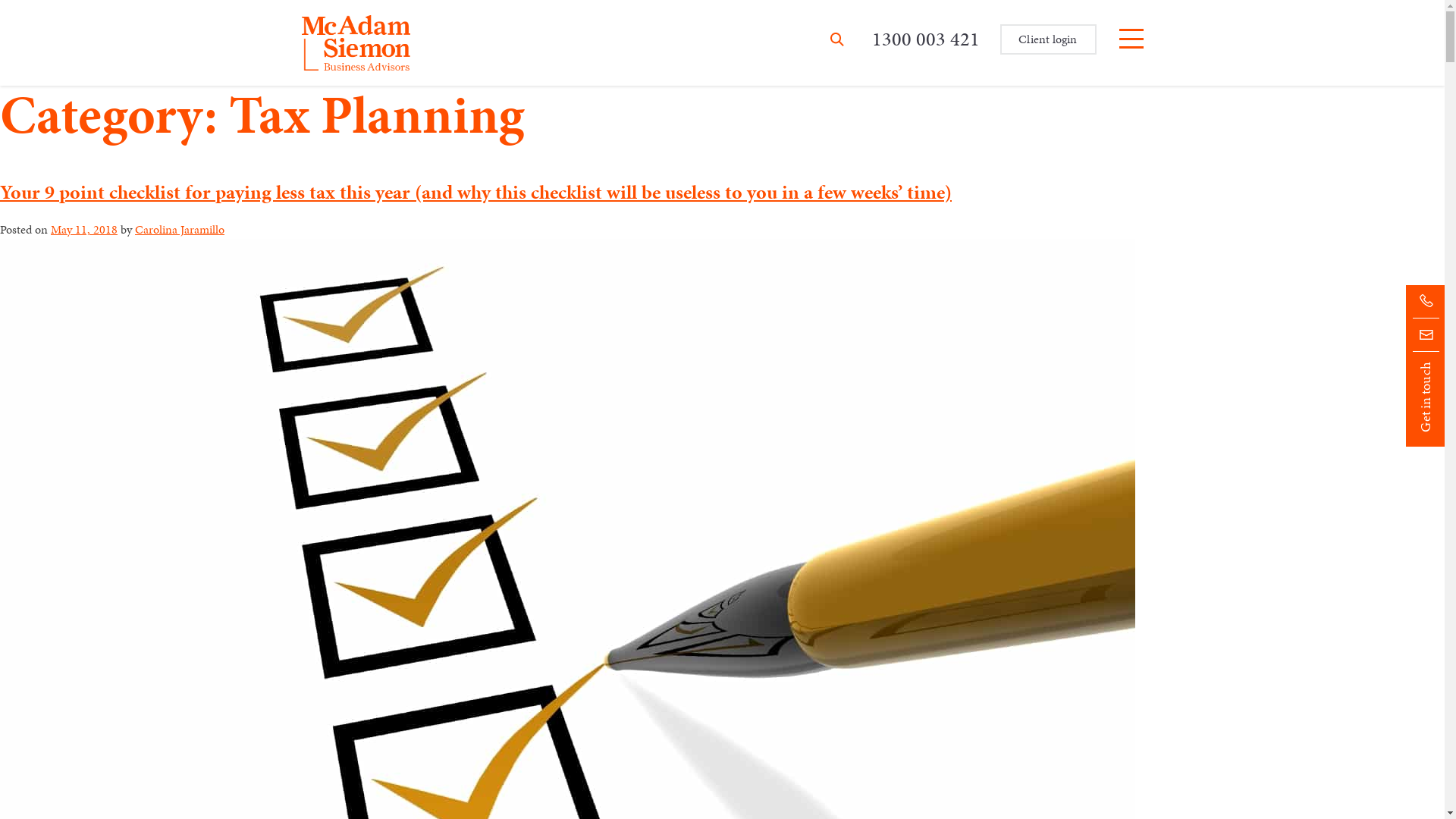  What do you see at coordinates (179, 229) in the screenshot?
I see `'Carolina Jaramillo'` at bounding box center [179, 229].